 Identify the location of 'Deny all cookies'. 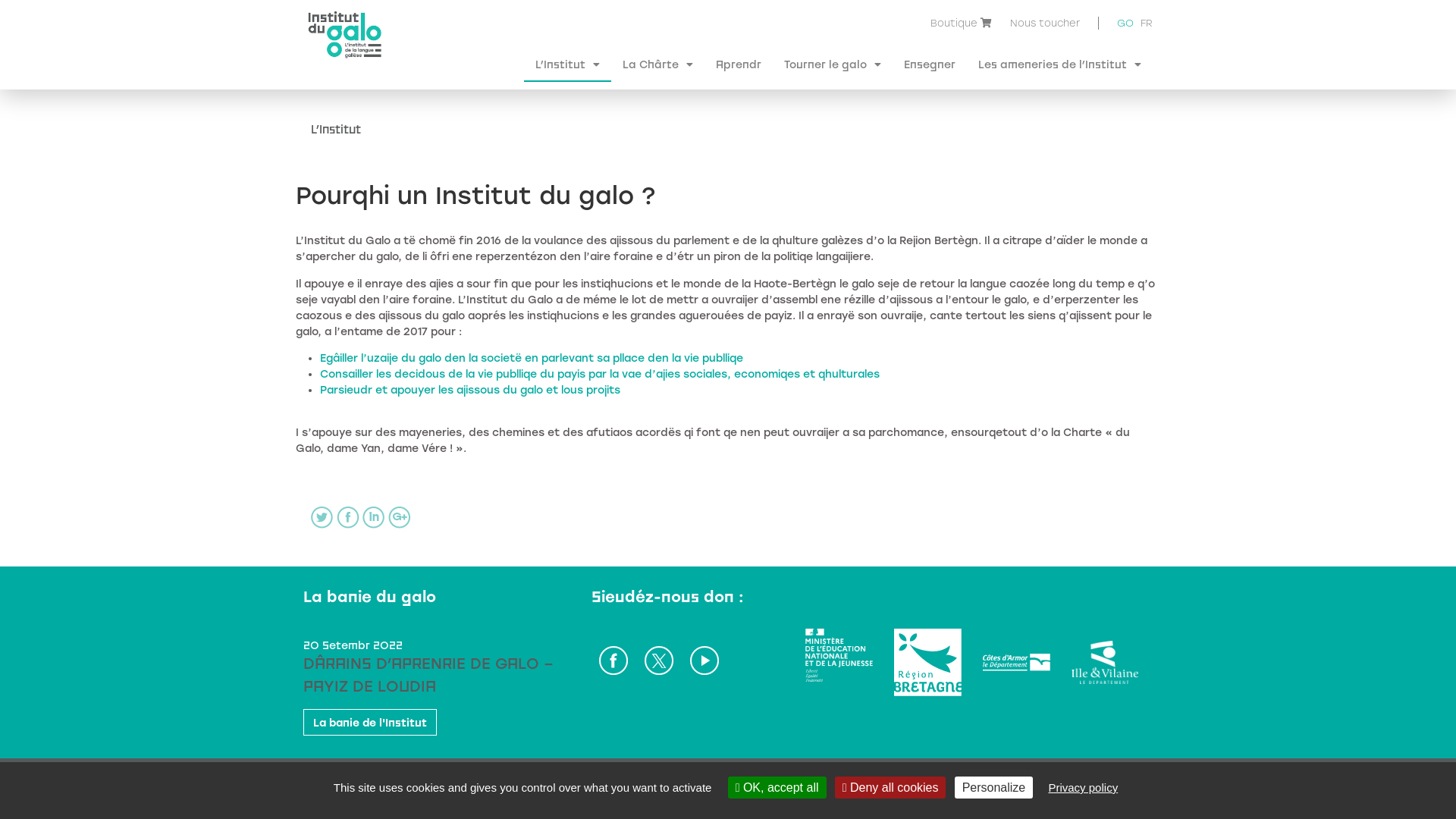
(833, 786).